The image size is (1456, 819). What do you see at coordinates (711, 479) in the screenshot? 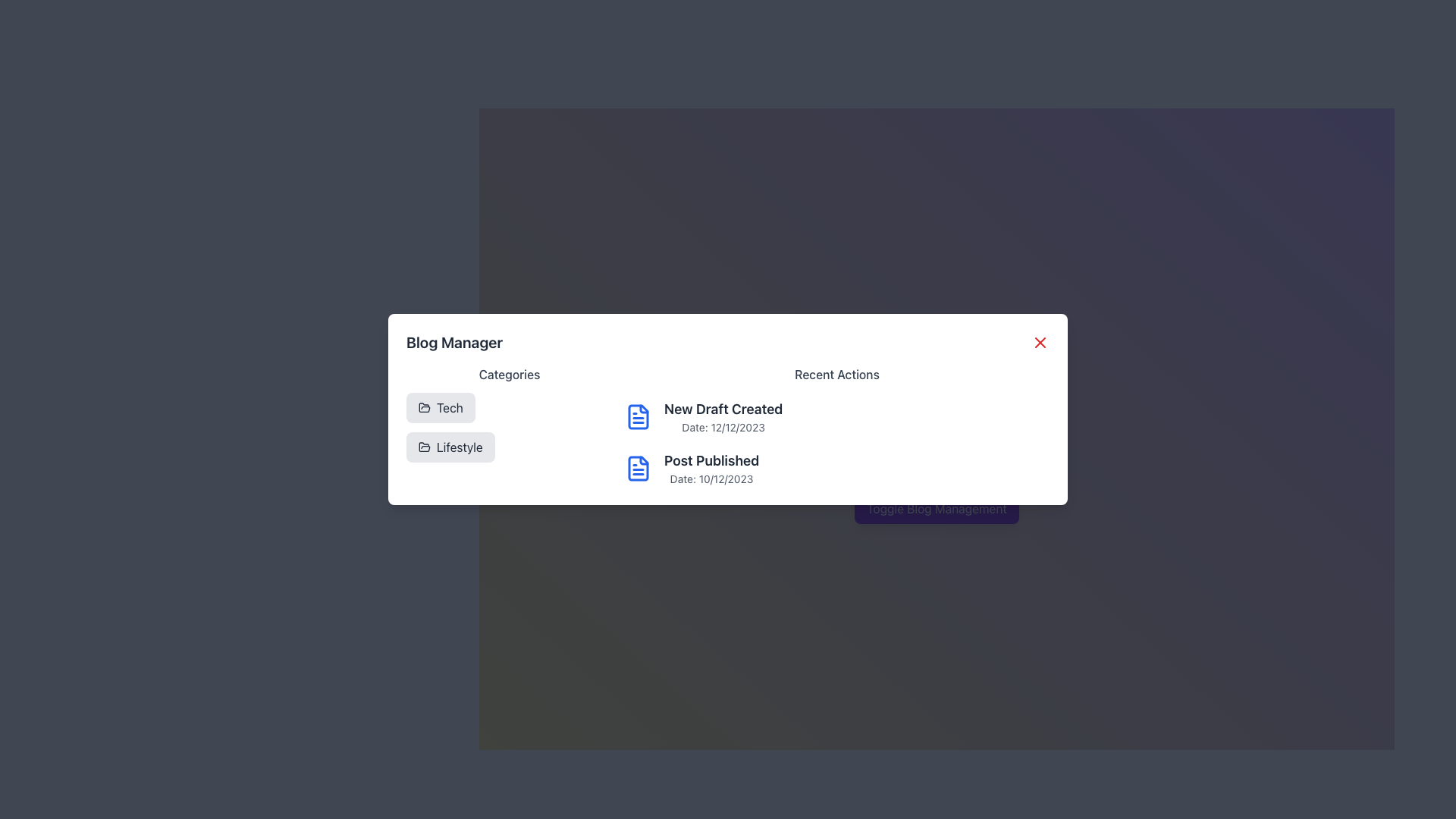
I see `the static text label displaying 'Date: 10/12/2023', which is positioned below the title 'Post Published' and aligned with it` at bounding box center [711, 479].